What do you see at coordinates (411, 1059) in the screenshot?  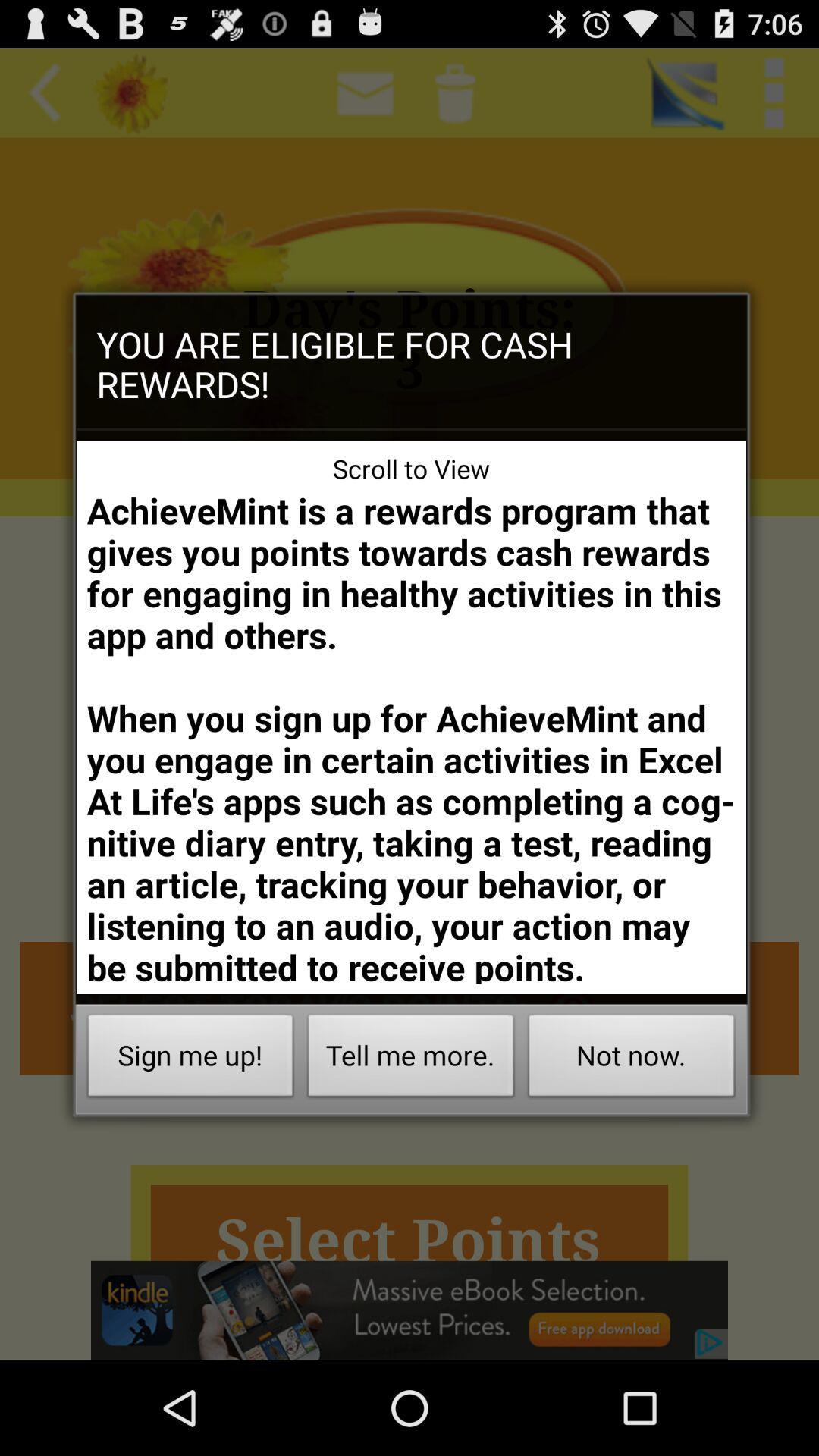 I see `item to the right of the sign me up! icon` at bounding box center [411, 1059].